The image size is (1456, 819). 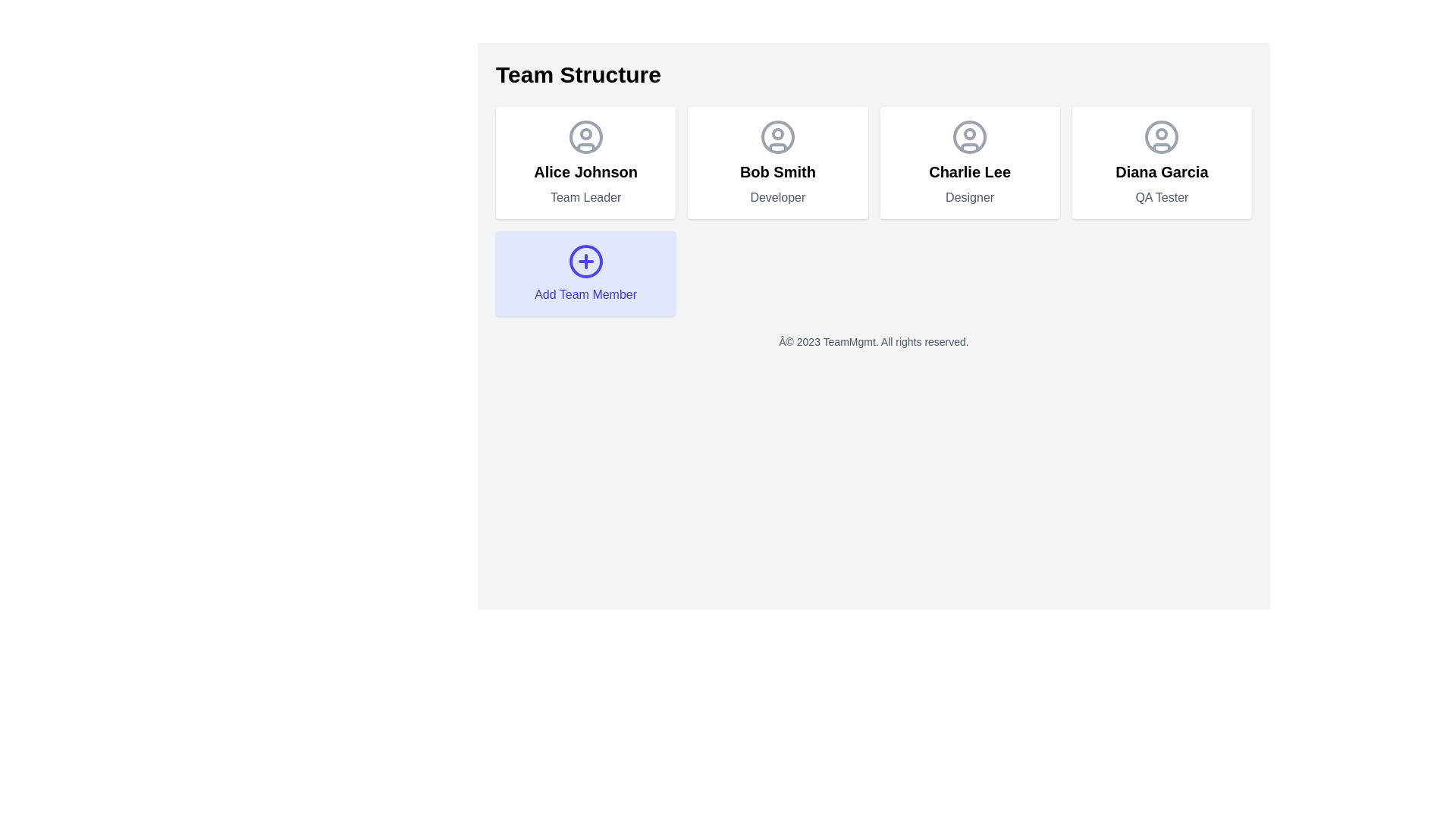 What do you see at coordinates (585, 137) in the screenshot?
I see `the Avatar icon representing 'Alice Johnson', located at the top center of the card for 'Alice Johnson Team Leader' in the 'Team Structure' section` at bounding box center [585, 137].